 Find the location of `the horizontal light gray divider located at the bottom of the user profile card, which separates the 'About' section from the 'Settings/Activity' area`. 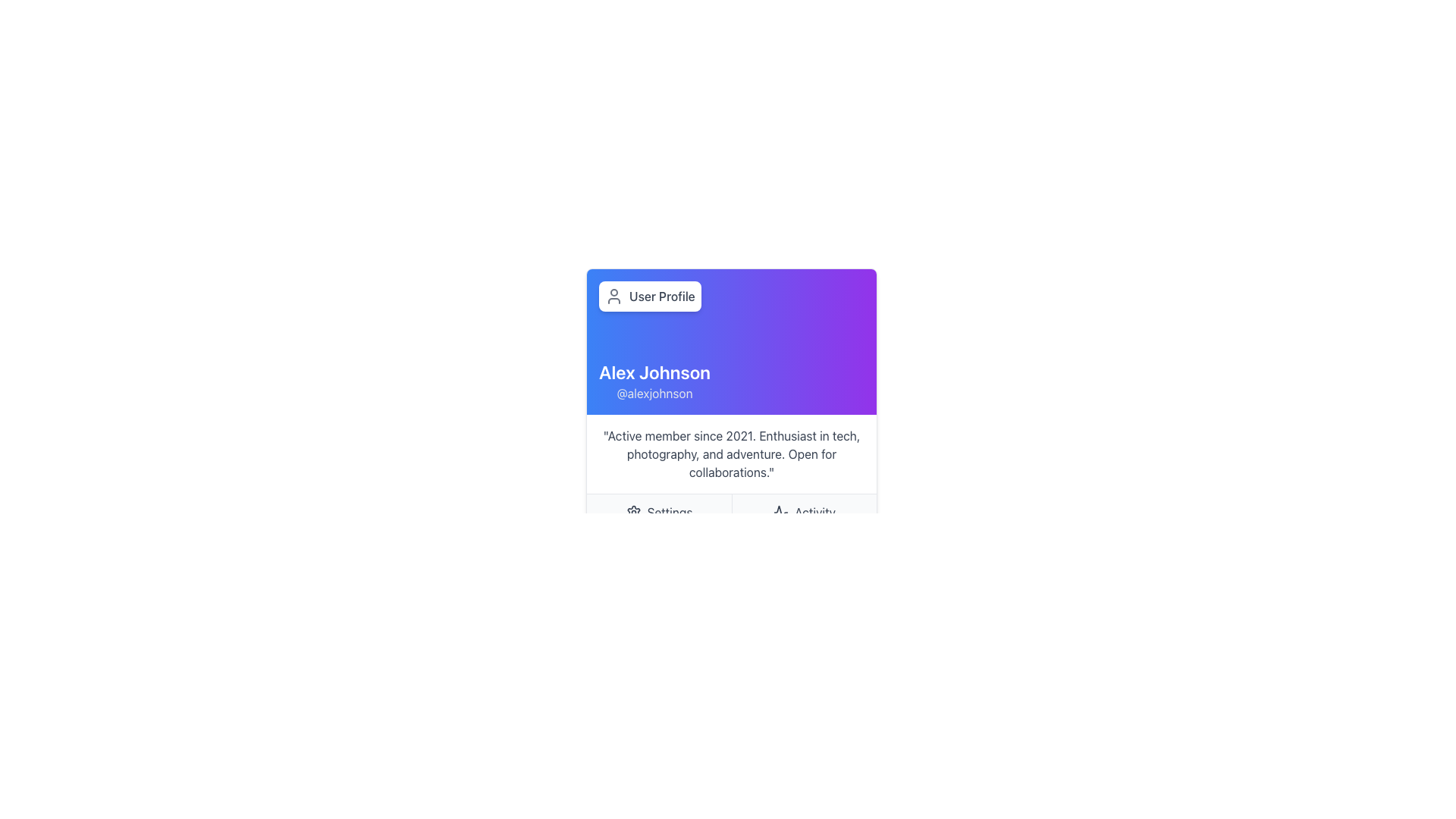

the horizontal light gray divider located at the bottom of the user profile card, which separates the 'About' section from the 'Settings/Activity' area is located at coordinates (731, 512).